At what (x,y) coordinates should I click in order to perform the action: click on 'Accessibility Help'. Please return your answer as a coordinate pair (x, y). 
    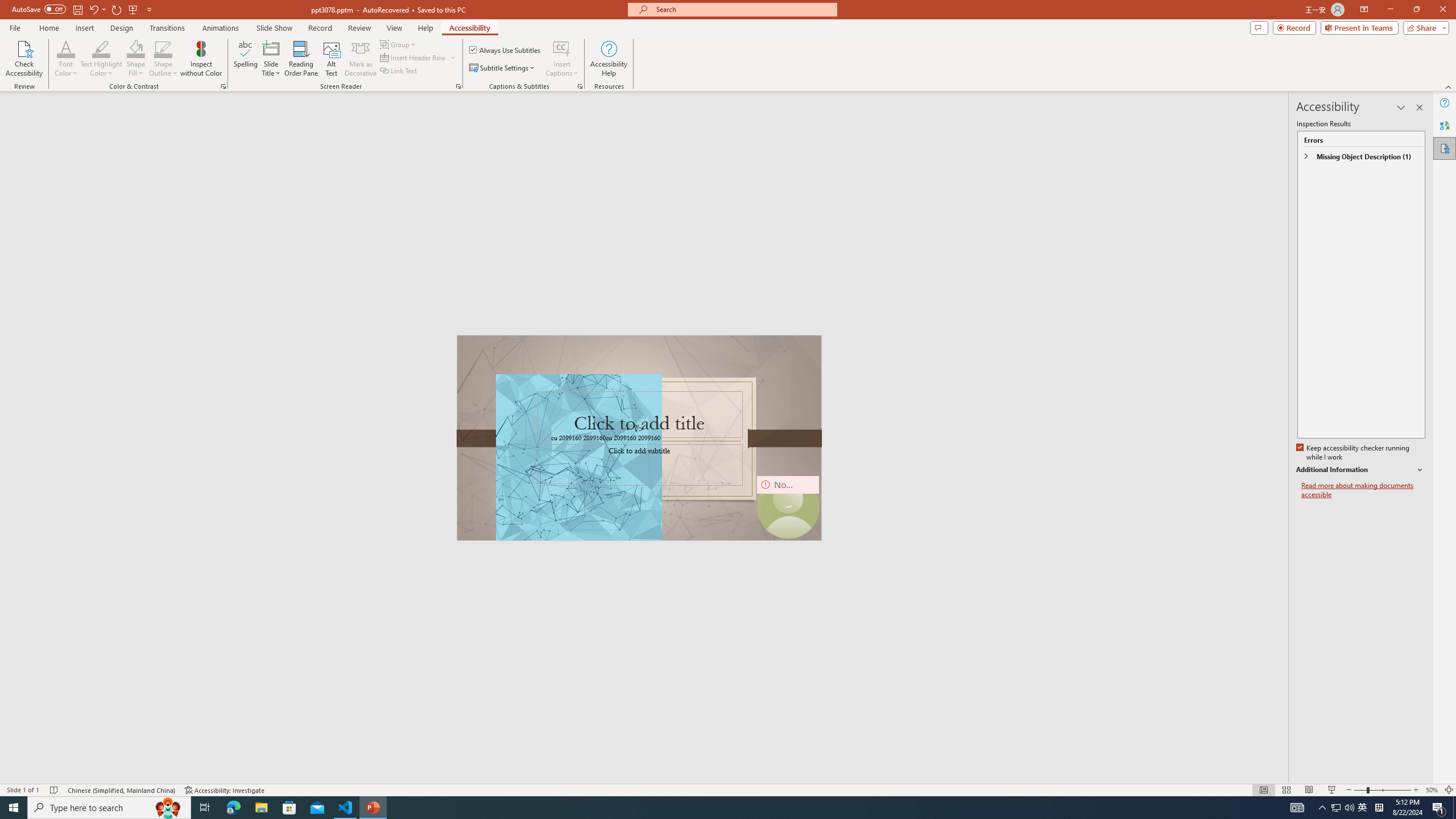
    Looking at the image, I should click on (609, 59).